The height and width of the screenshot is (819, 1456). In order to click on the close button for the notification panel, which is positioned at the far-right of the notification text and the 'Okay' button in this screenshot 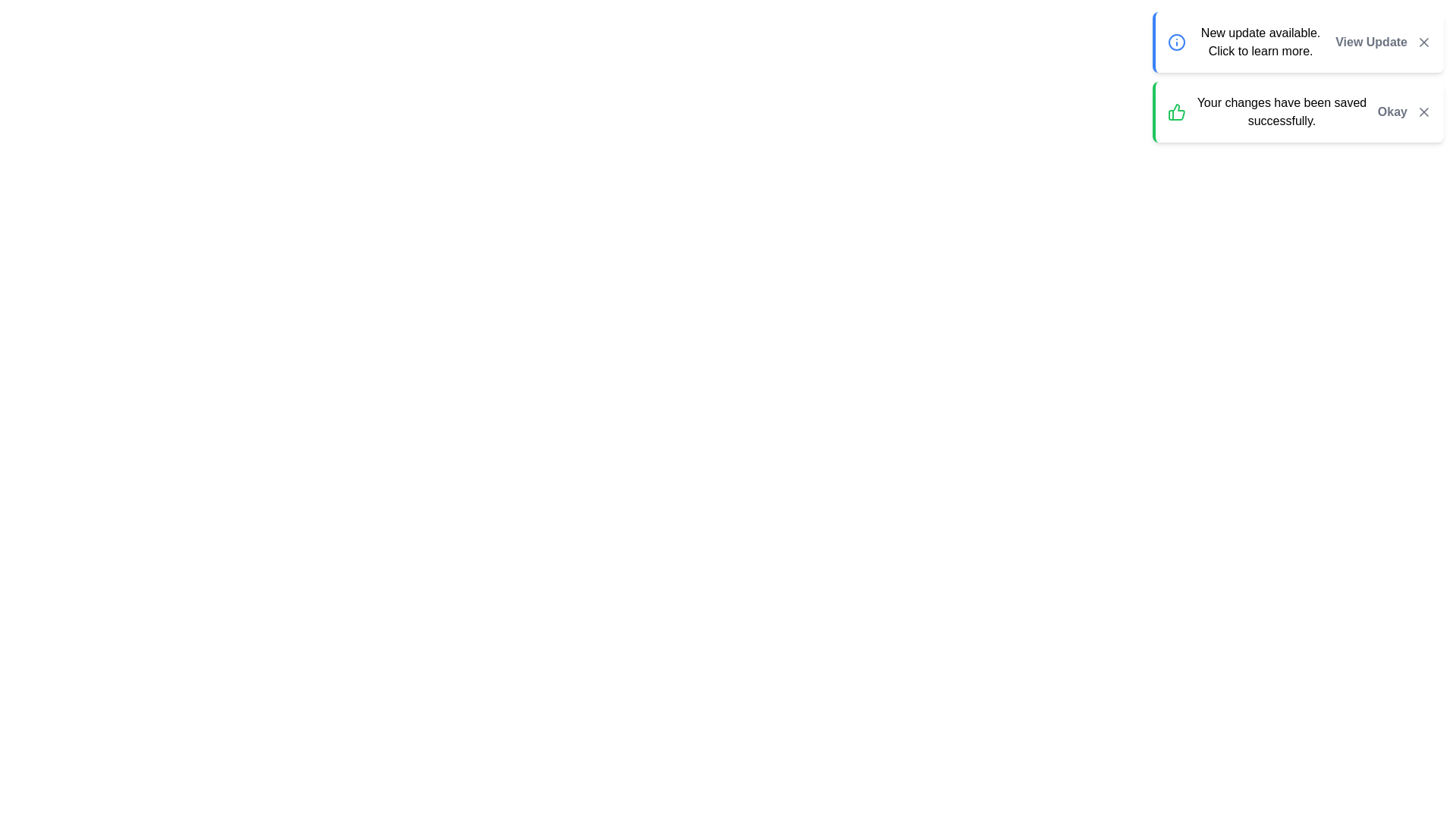, I will do `click(1423, 111)`.